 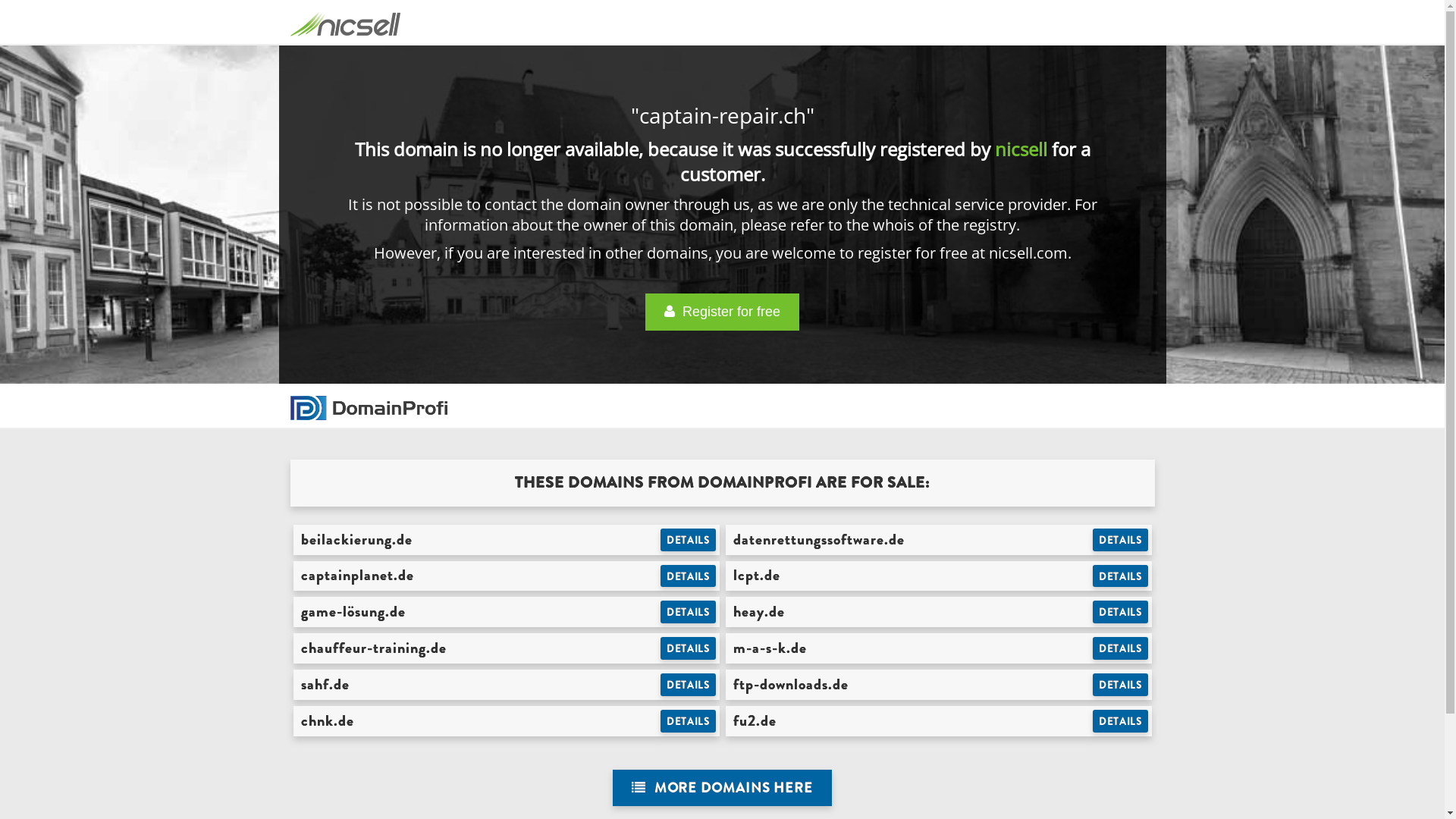 What do you see at coordinates (1120, 610) in the screenshot?
I see `'DETAILS'` at bounding box center [1120, 610].